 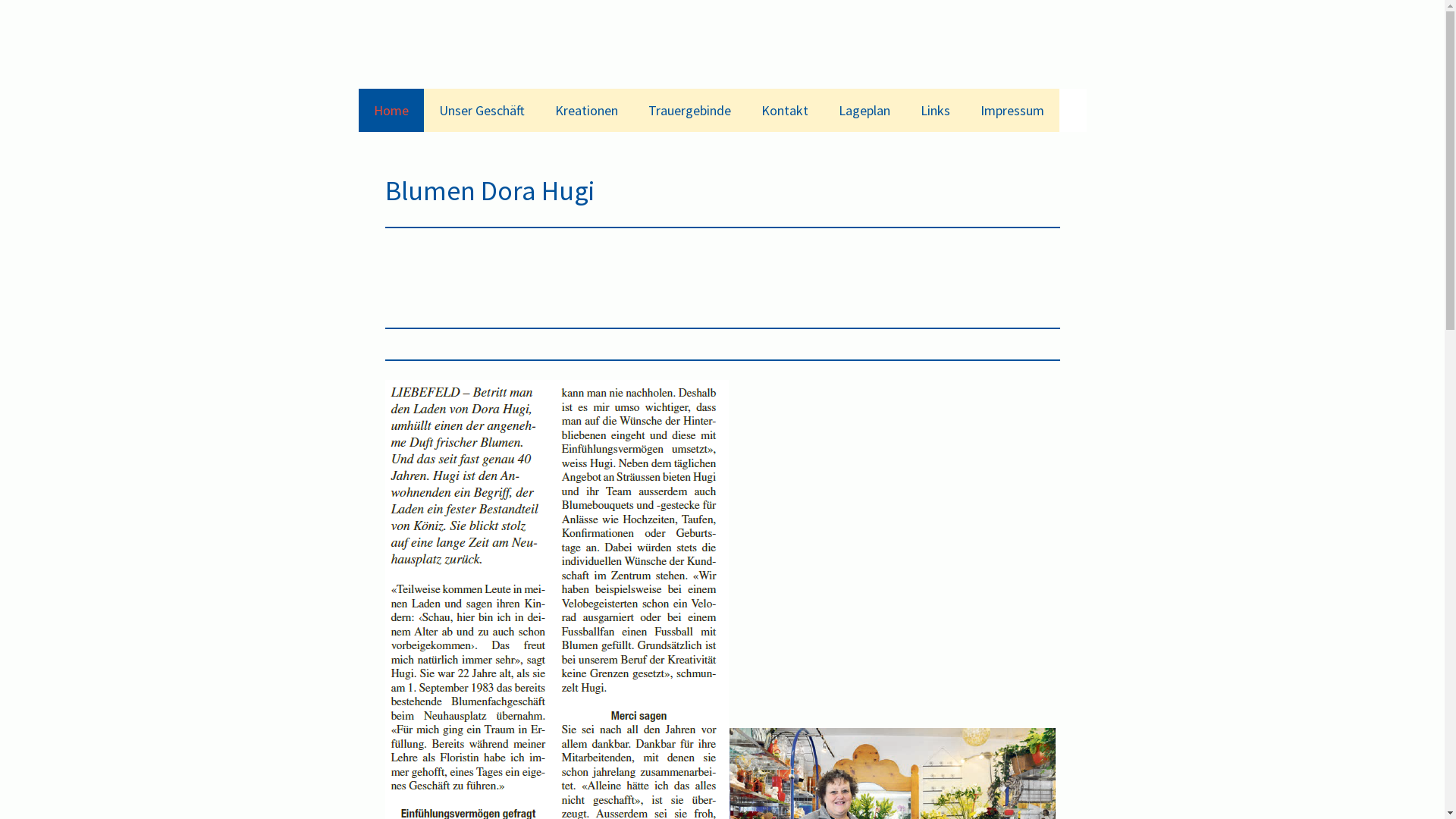 What do you see at coordinates (585, 109) in the screenshot?
I see `'Kreationen'` at bounding box center [585, 109].